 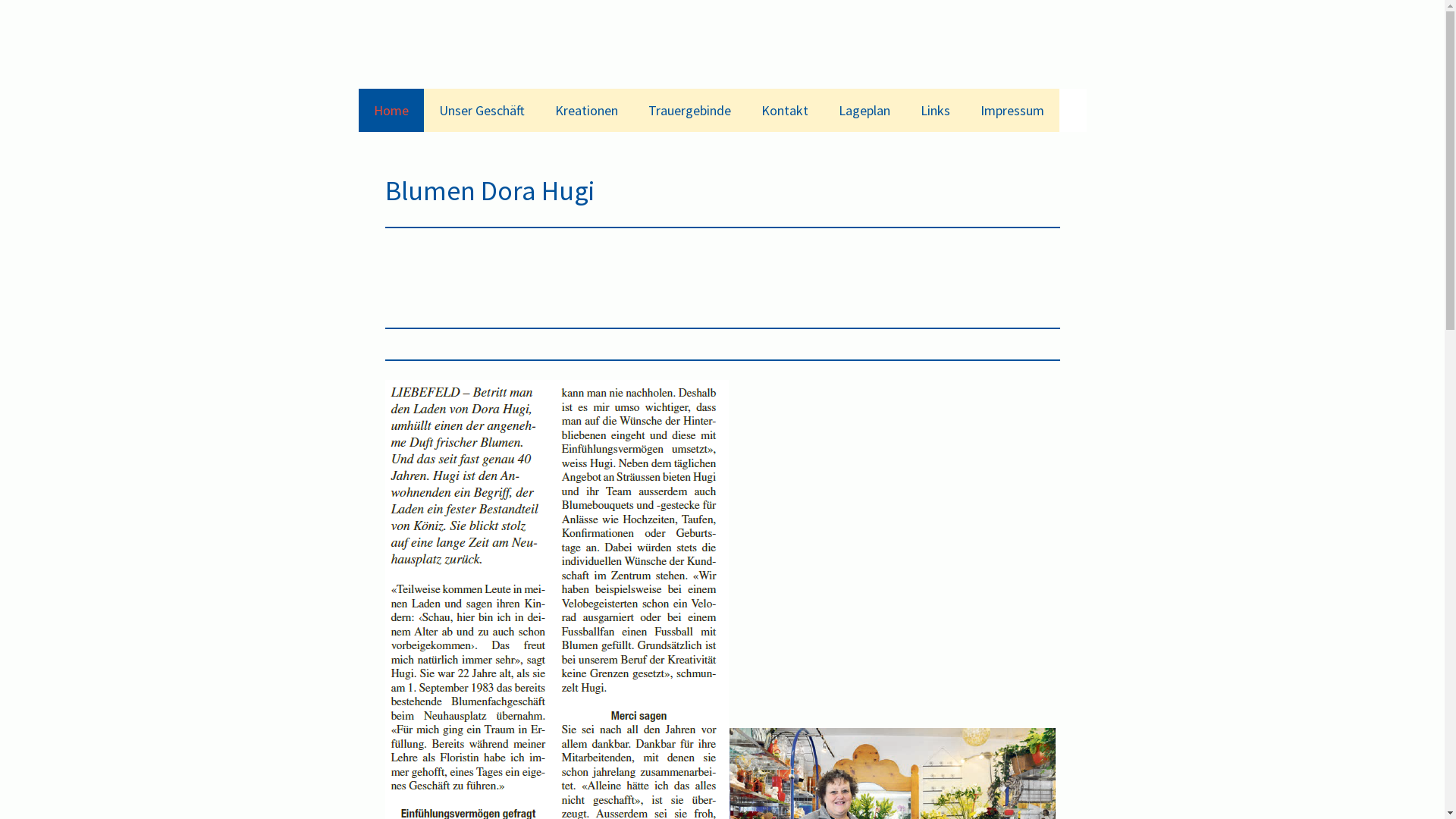 What do you see at coordinates (585, 109) in the screenshot?
I see `'Kreationen'` at bounding box center [585, 109].